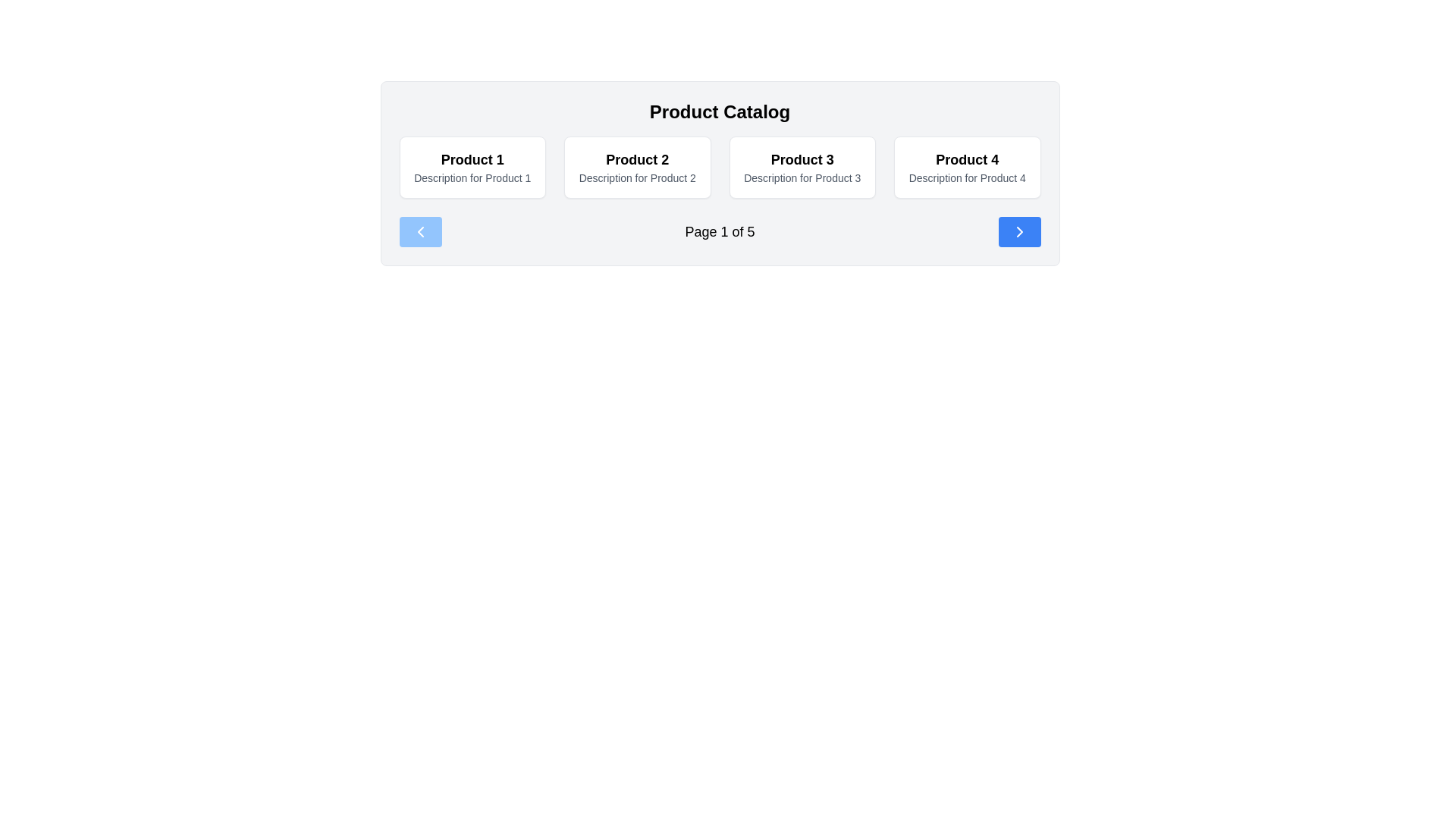 This screenshot has width=1456, height=819. I want to click on the blue button containing the left-facing chevron icon located at the bottom-left corner of the pagination navigation bar to potentially view a tooltip, so click(420, 231).